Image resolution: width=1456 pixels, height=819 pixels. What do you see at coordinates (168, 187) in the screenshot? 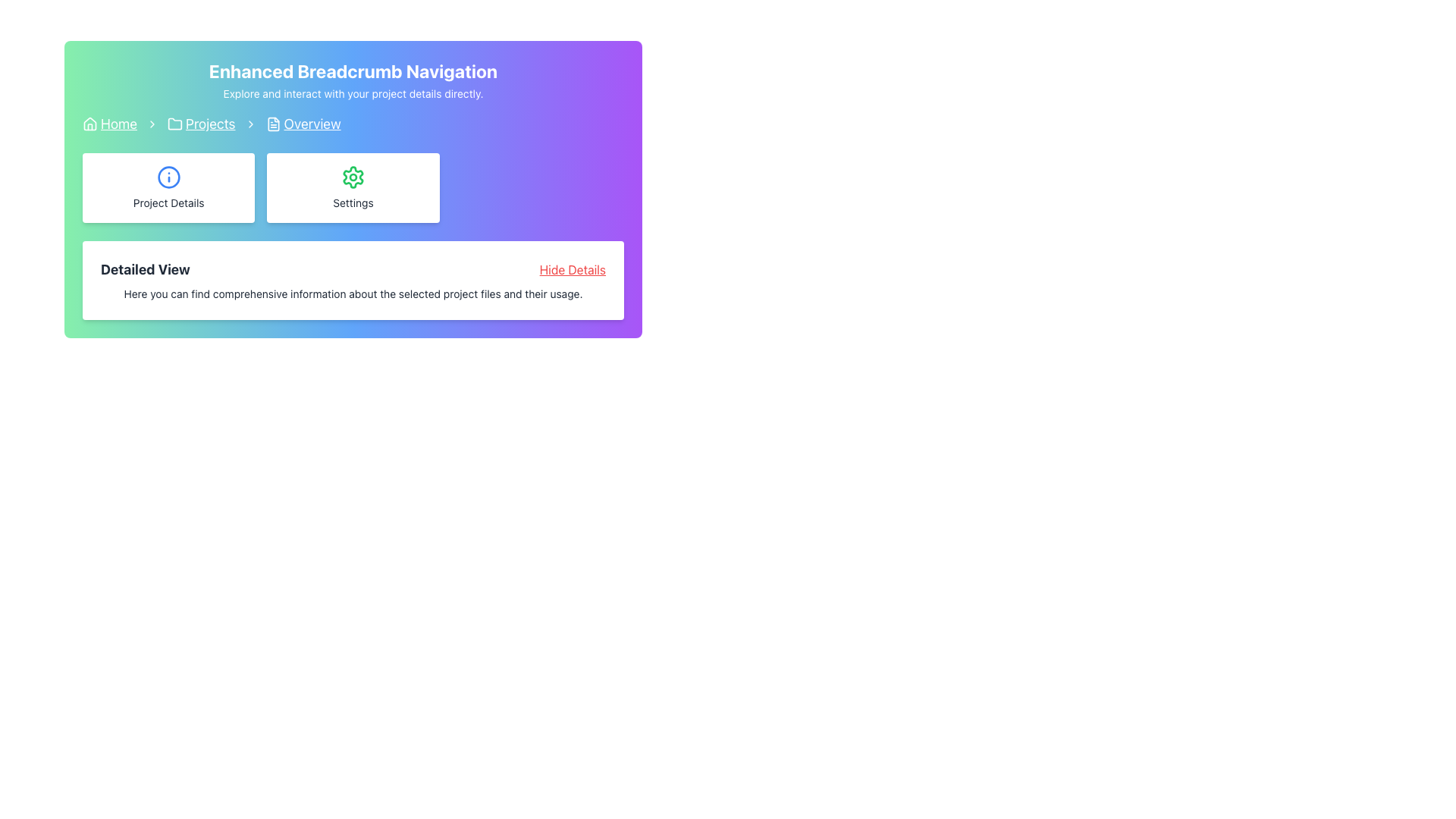
I see `the navigation button located` at bounding box center [168, 187].